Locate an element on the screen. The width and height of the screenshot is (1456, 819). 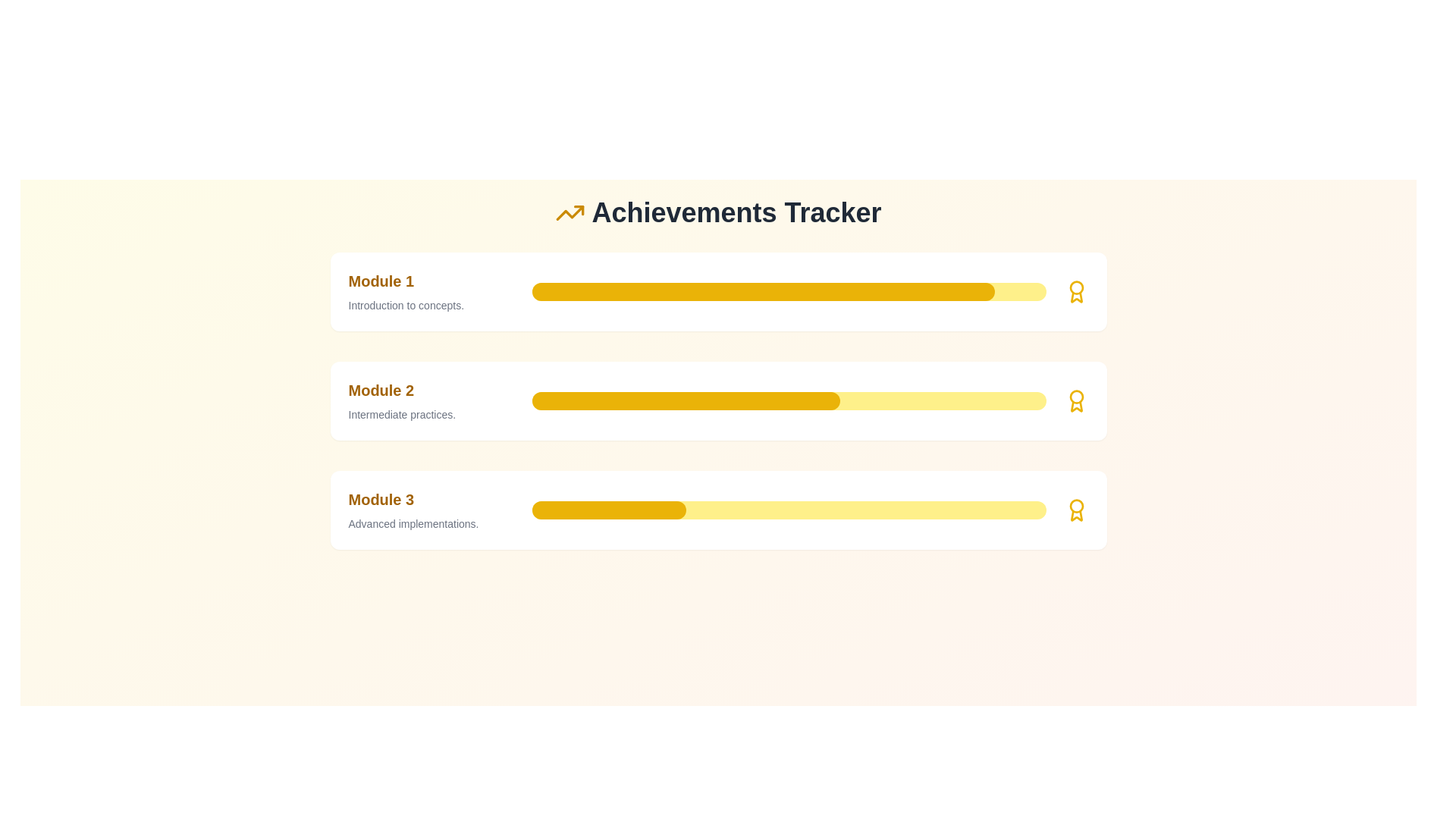
the progress bar indicating the current progress for 'Module 1' with a light yellow background and a bright yellow segment is located at coordinates (789, 292).